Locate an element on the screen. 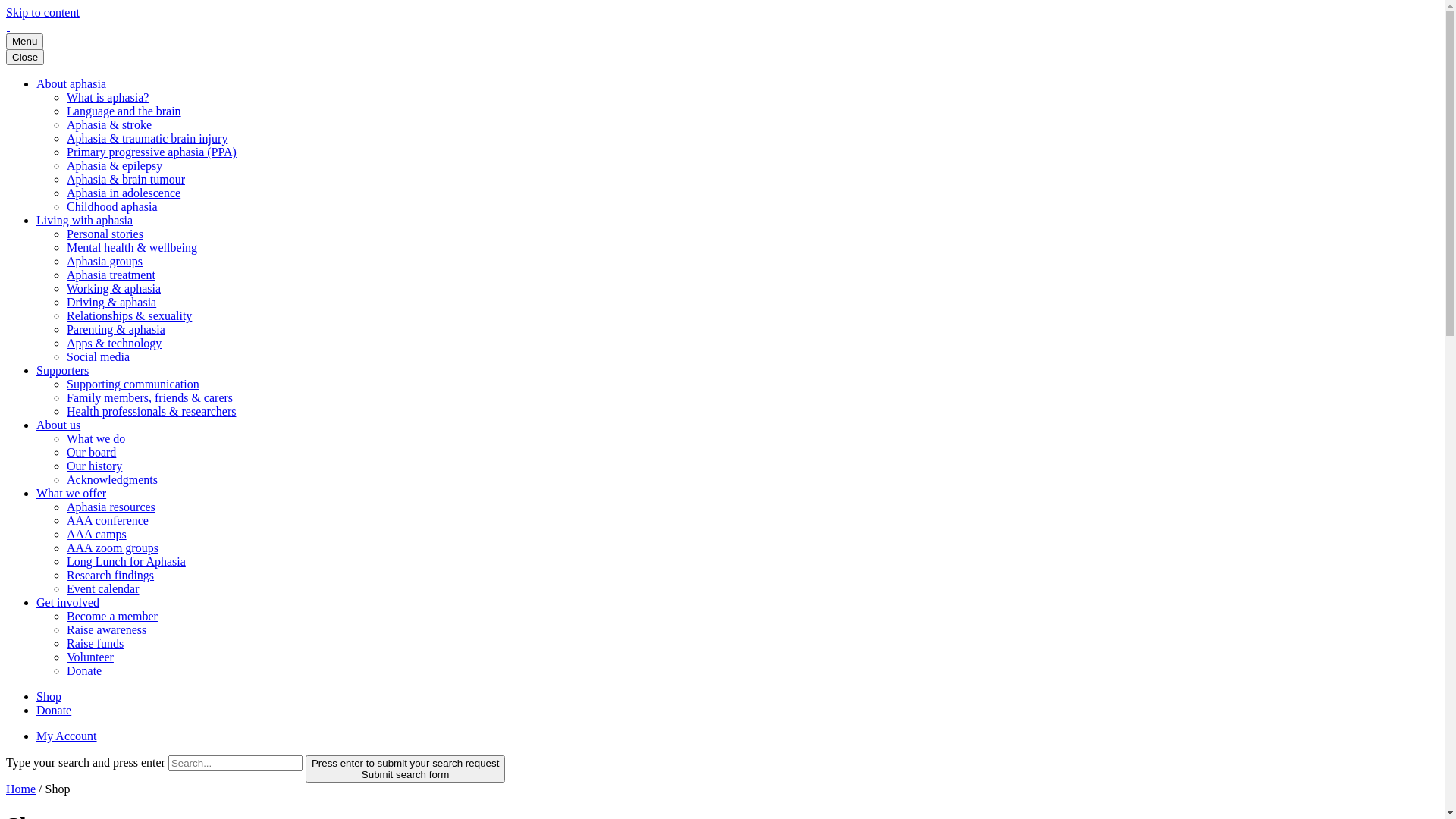 The height and width of the screenshot is (819, 1456). 'AAA camps' is located at coordinates (96, 533).